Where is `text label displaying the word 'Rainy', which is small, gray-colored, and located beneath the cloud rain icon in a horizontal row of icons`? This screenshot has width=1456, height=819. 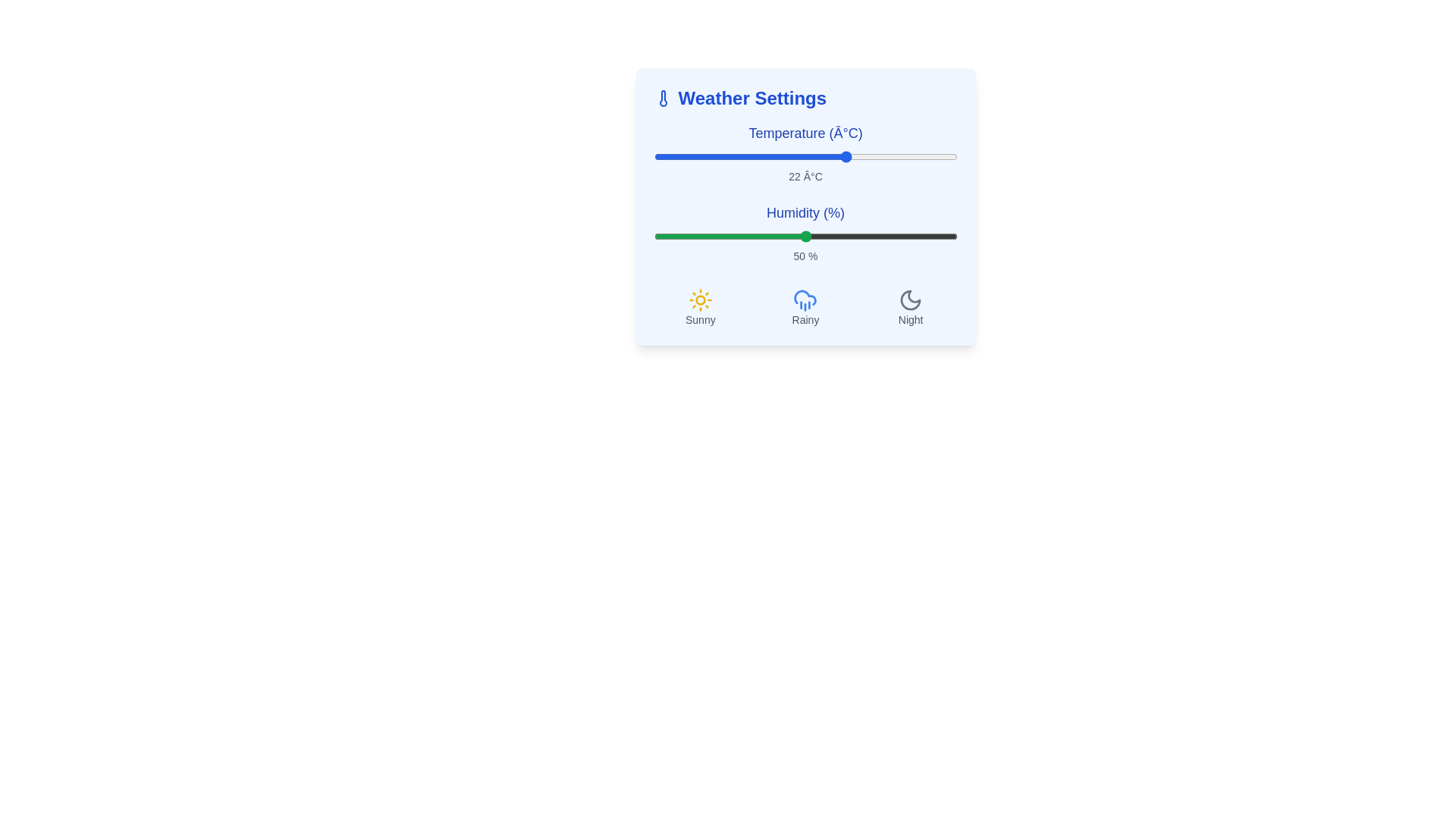 text label displaying the word 'Rainy', which is small, gray-colored, and located beneath the cloud rain icon in a horizontal row of icons is located at coordinates (805, 318).